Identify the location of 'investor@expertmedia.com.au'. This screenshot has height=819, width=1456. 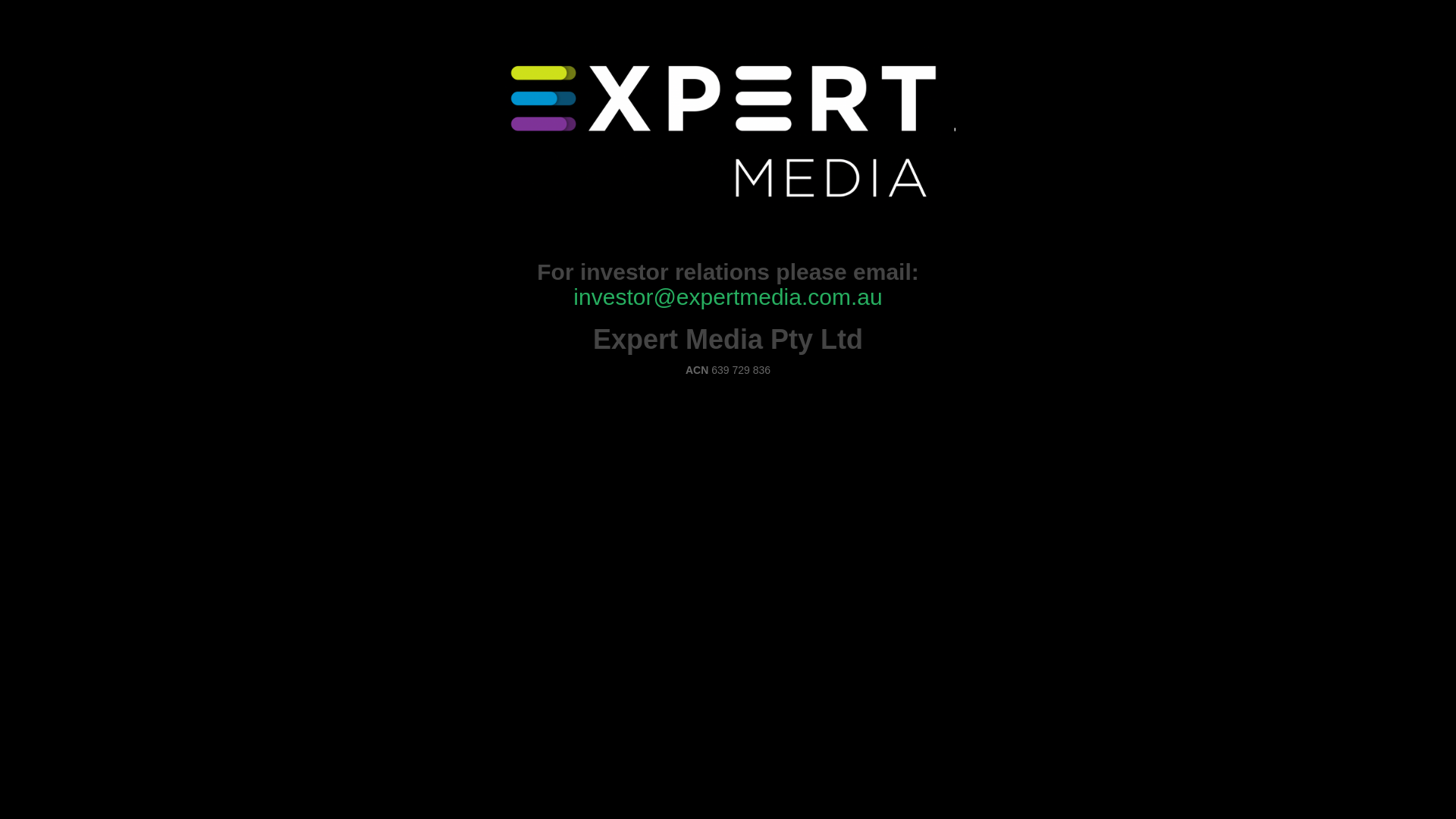
(726, 297).